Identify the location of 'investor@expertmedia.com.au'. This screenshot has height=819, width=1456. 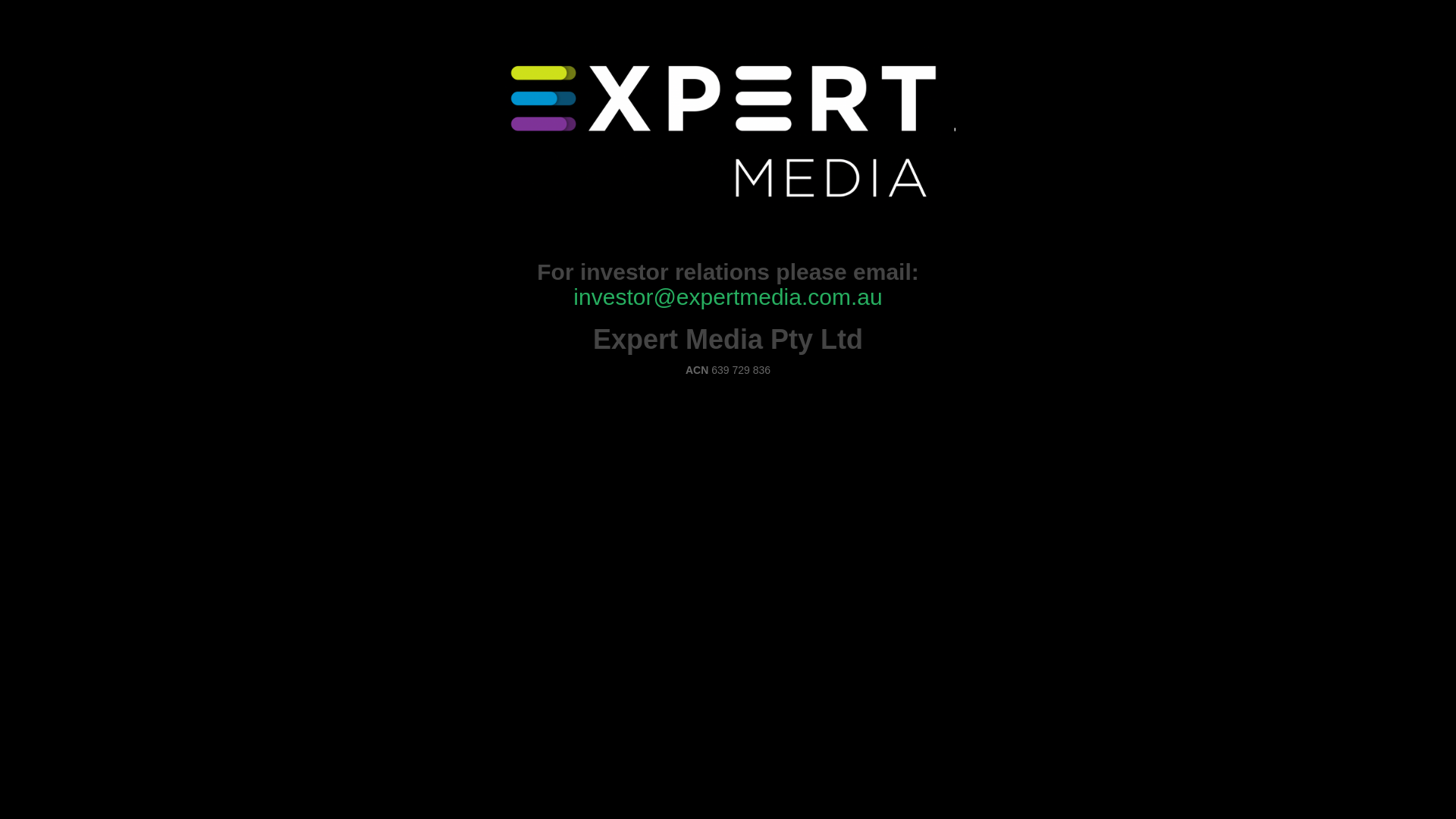
(726, 297).